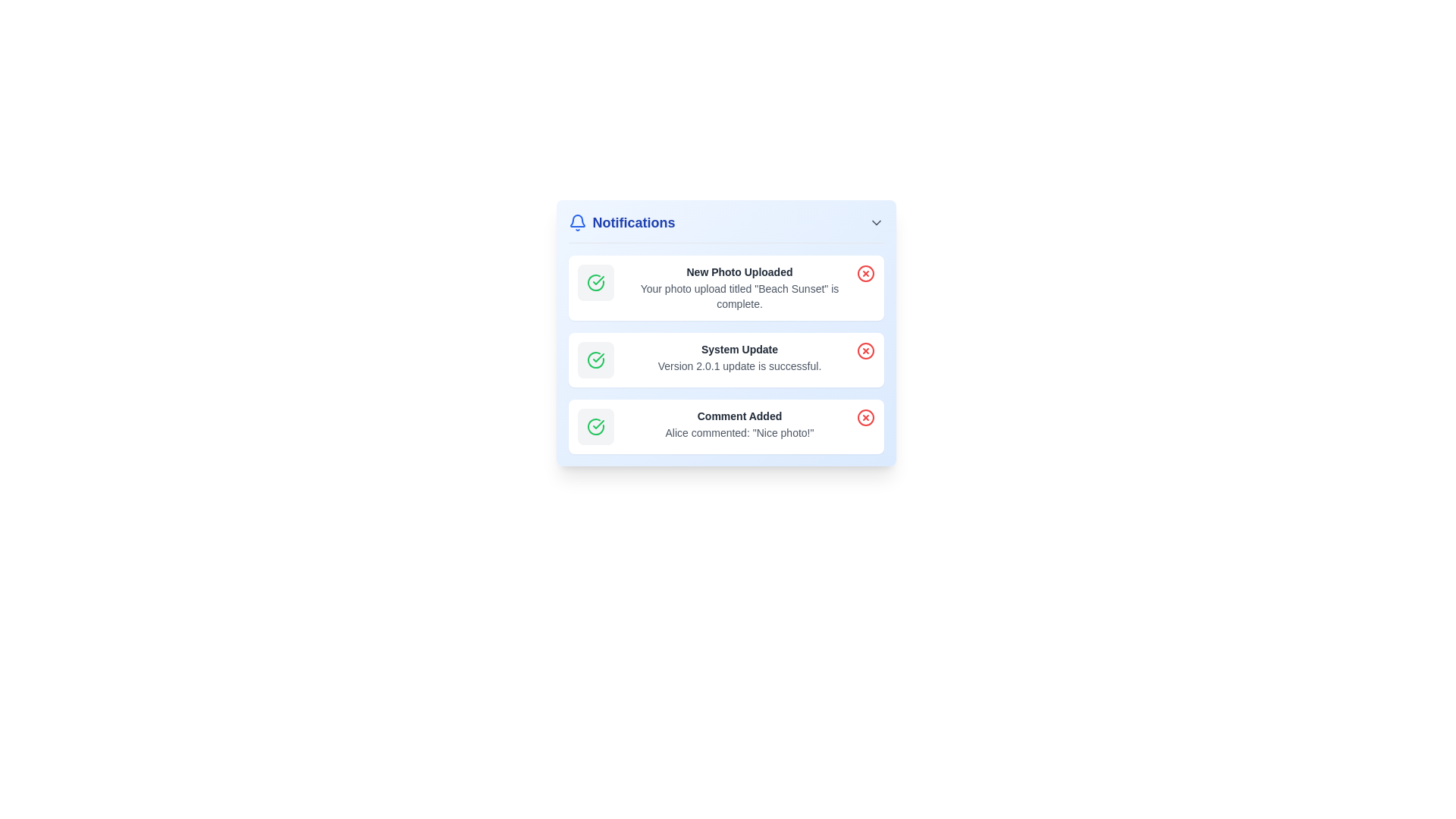 This screenshot has height=819, width=1456. I want to click on the circular graphic that functions as the close/delete button for the 'New Photo Uploaded' notification located in the topmost row of the notification list, to the far right of the row, so click(865, 274).